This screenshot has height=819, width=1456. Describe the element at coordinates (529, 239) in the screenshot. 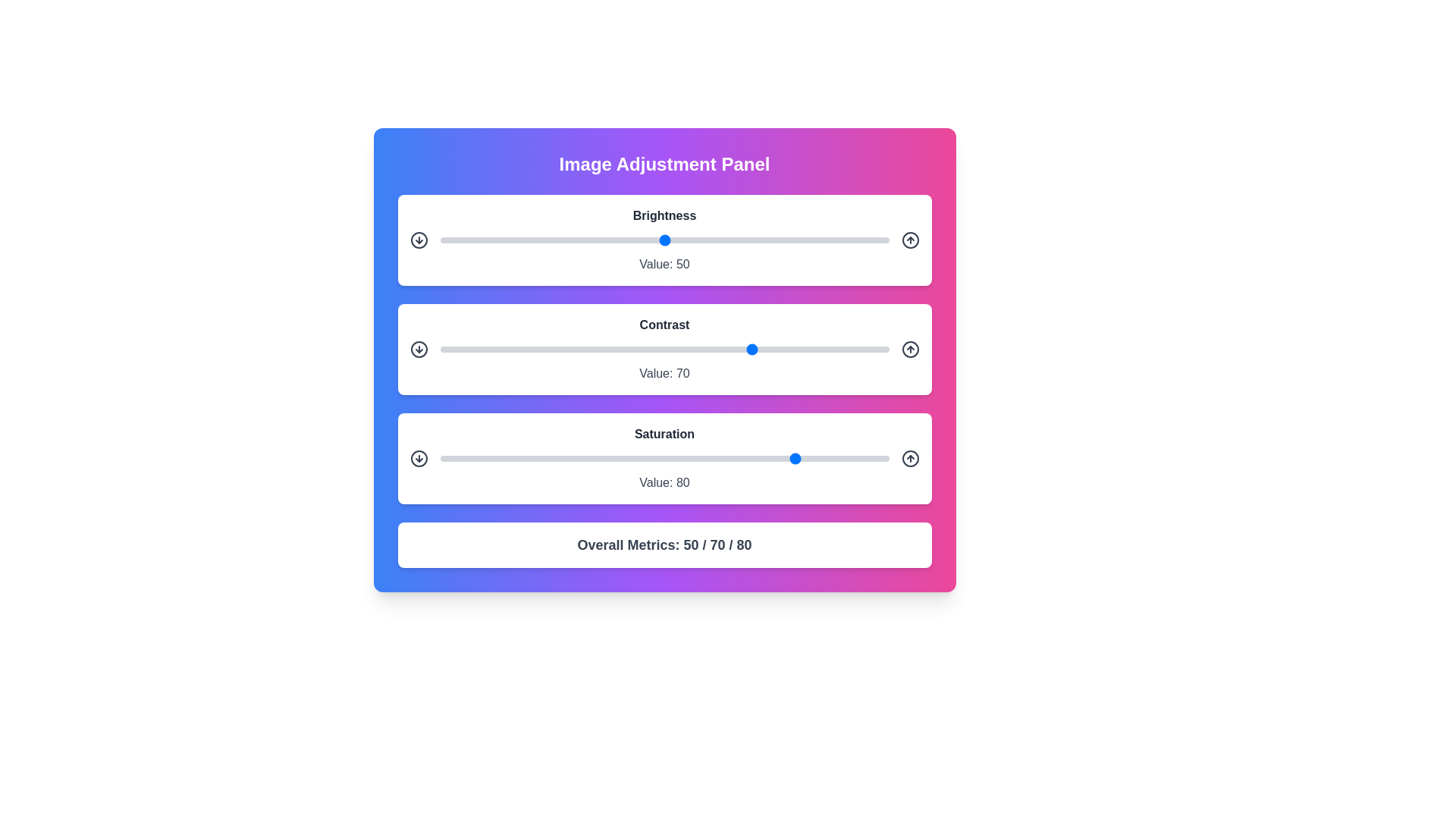

I see `brightness` at that location.